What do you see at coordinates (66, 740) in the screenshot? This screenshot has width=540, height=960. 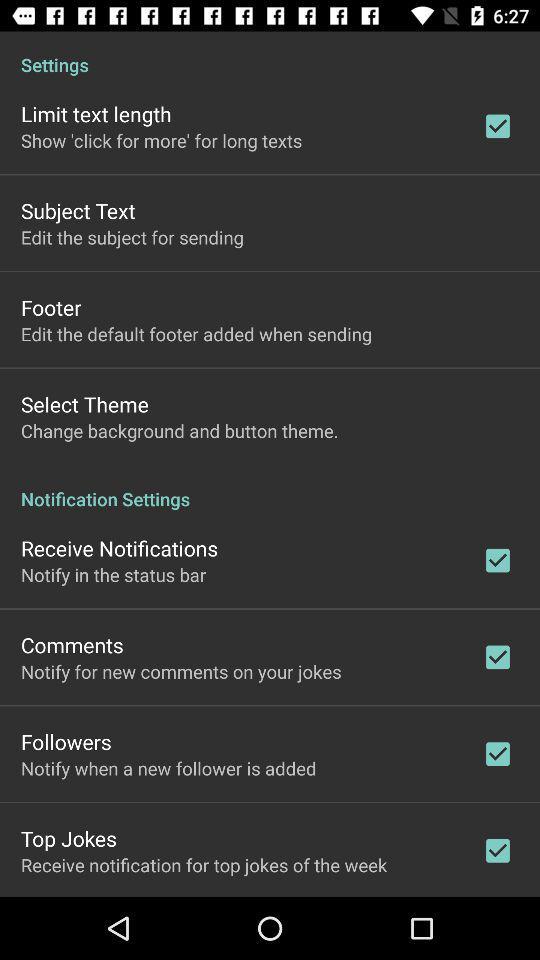 I see `the icon below notify for new item` at bounding box center [66, 740].